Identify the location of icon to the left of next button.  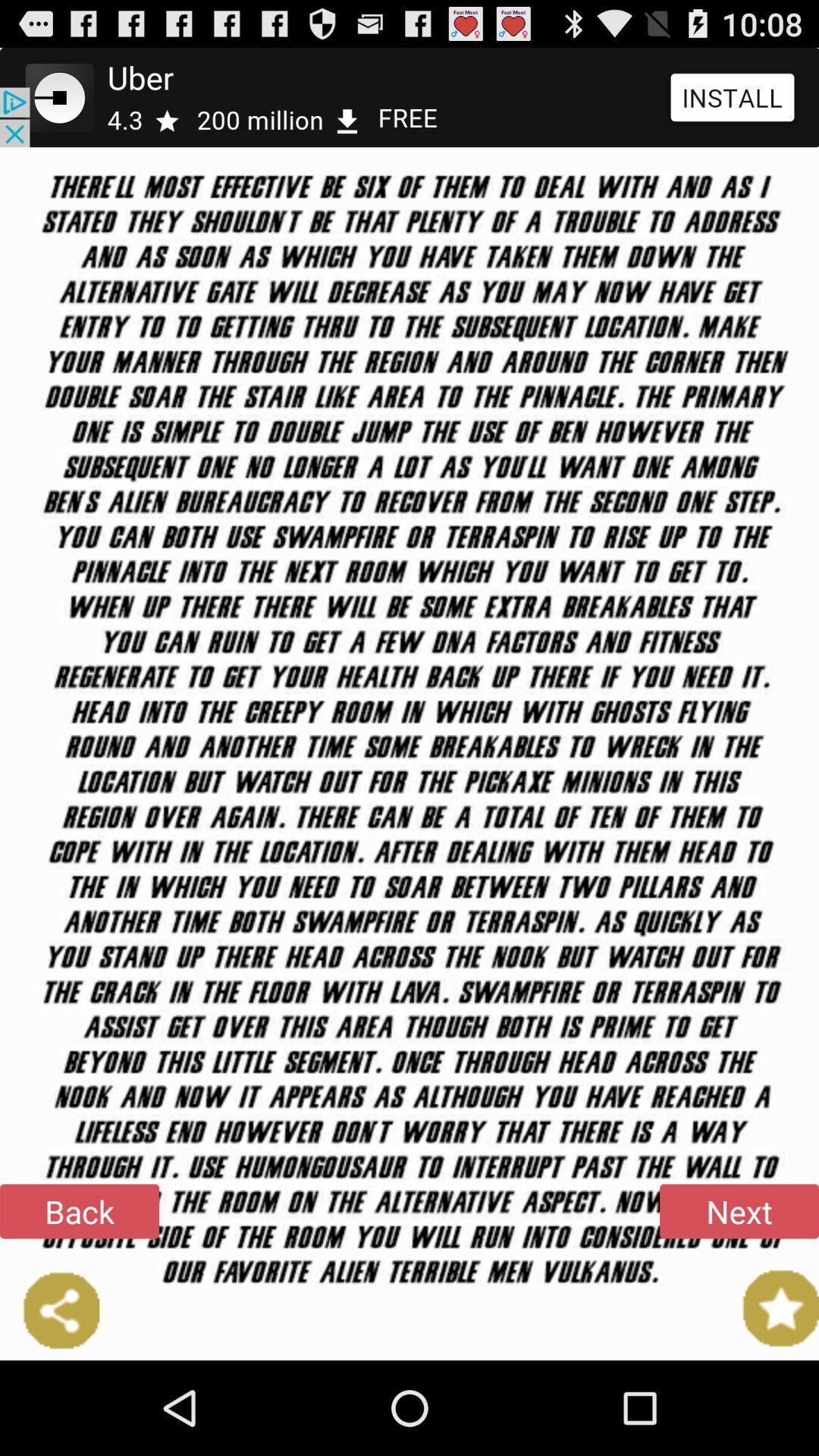
(79, 1210).